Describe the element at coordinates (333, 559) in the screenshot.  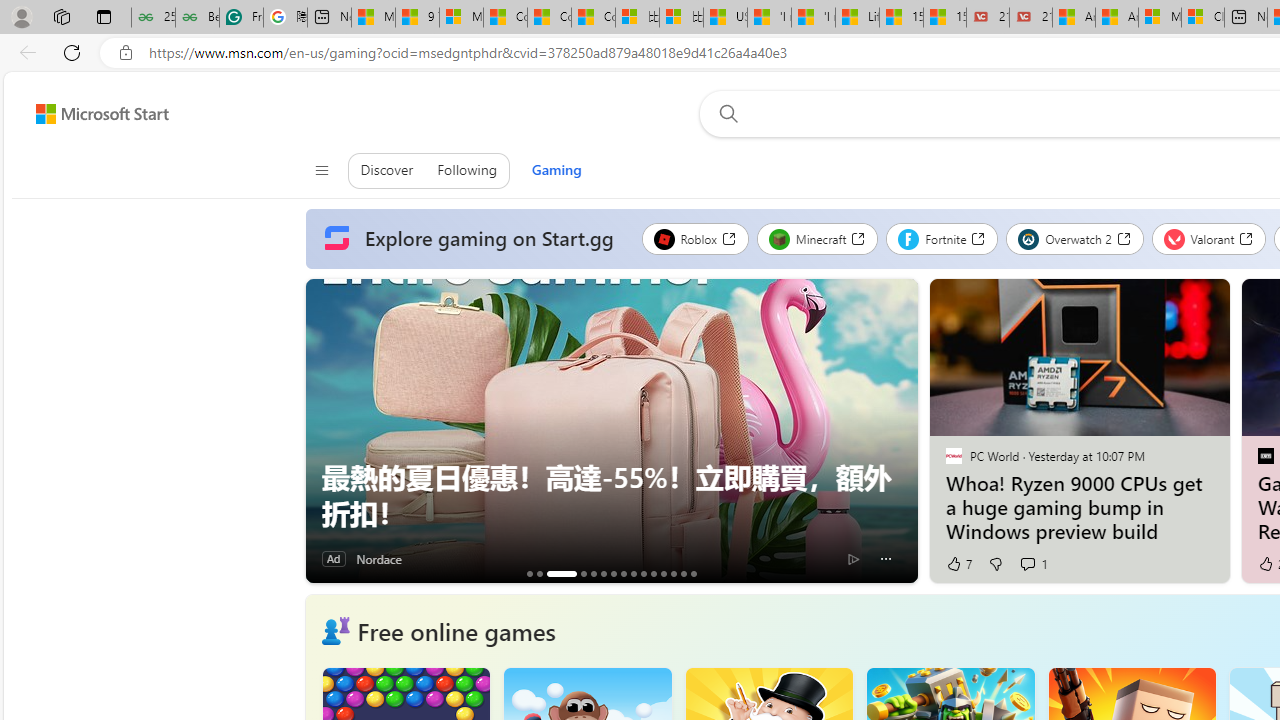
I see `'Ad'` at that location.